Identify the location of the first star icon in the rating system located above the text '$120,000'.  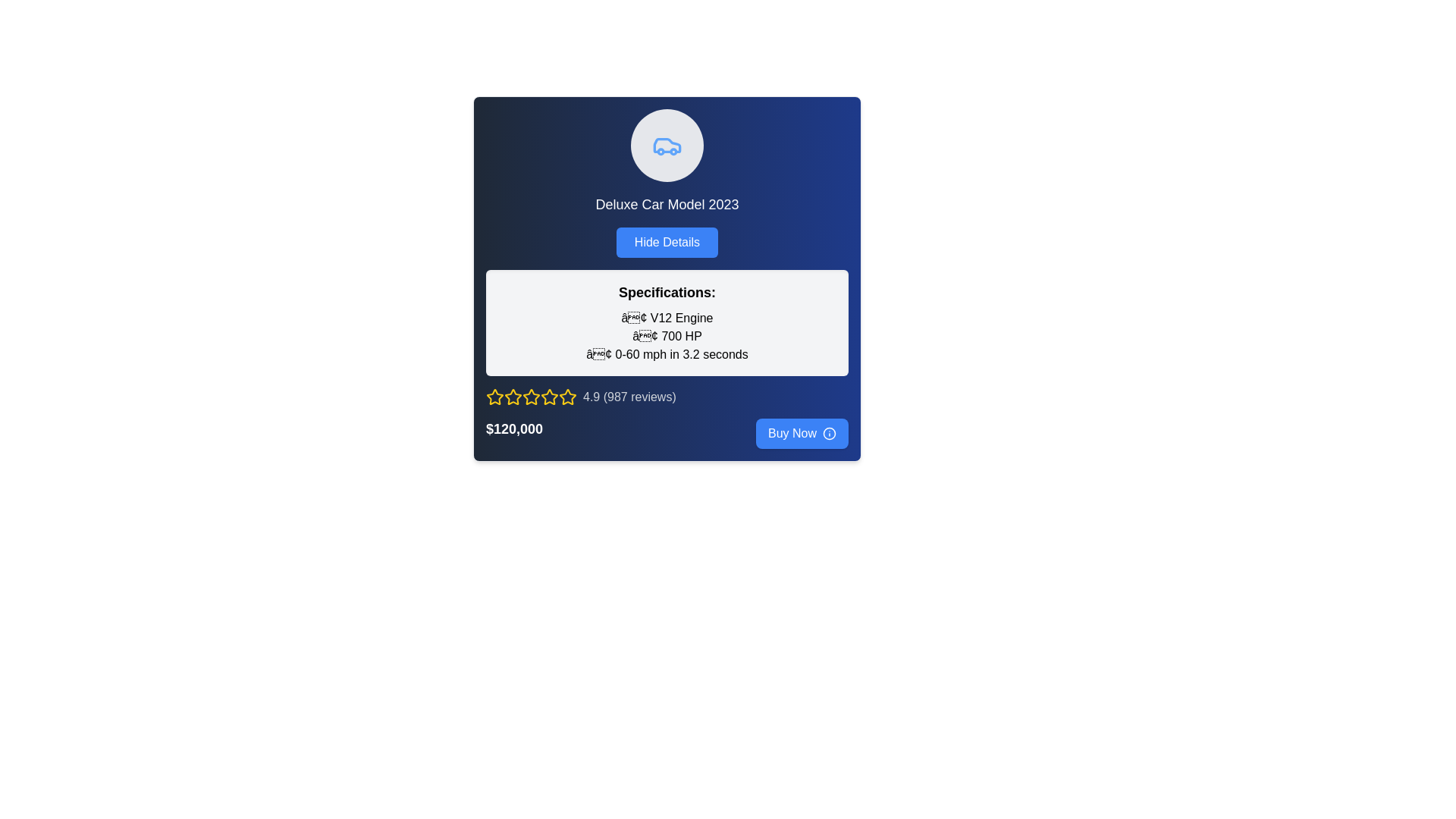
(513, 396).